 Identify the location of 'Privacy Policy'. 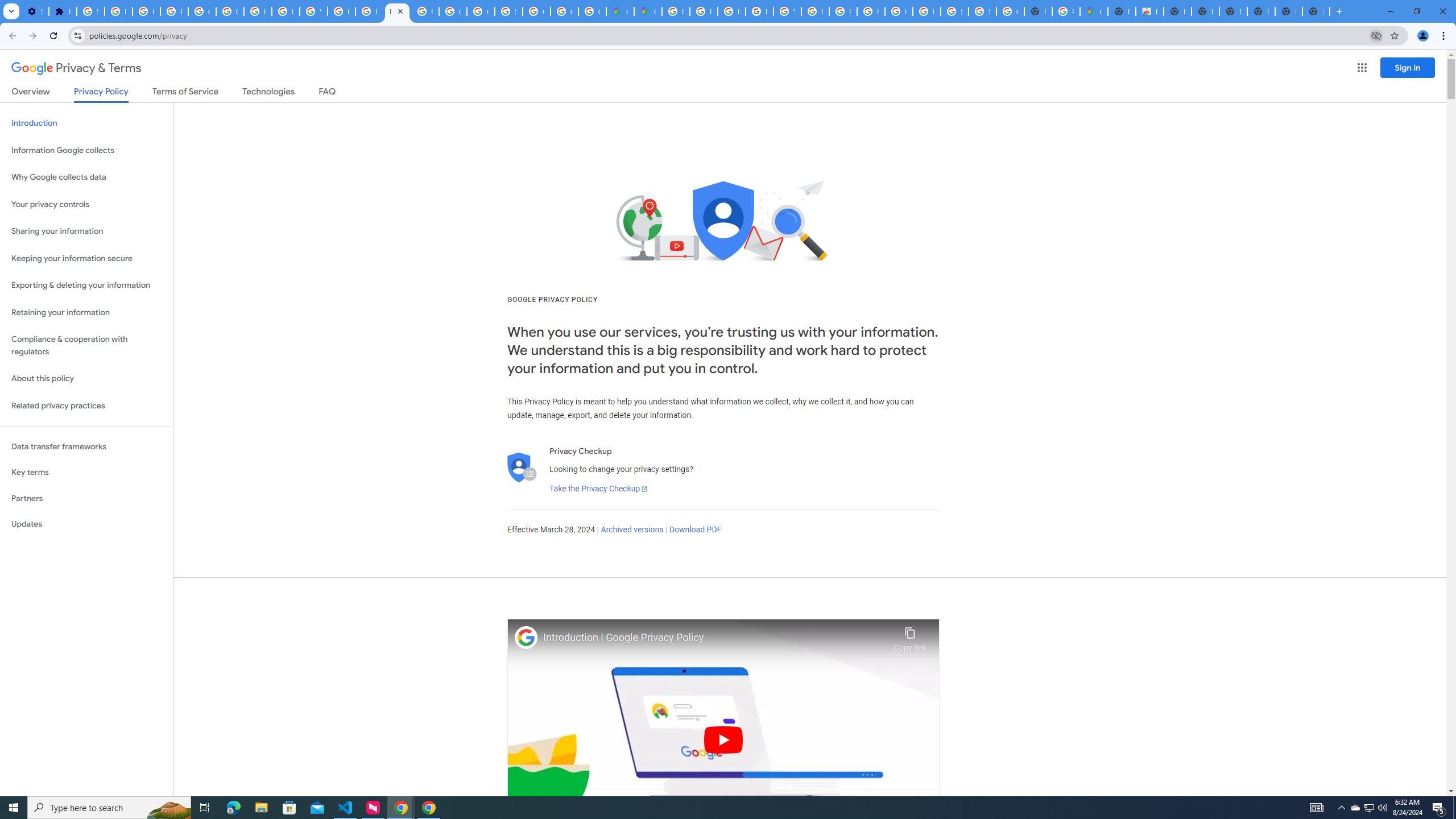
(100, 94).